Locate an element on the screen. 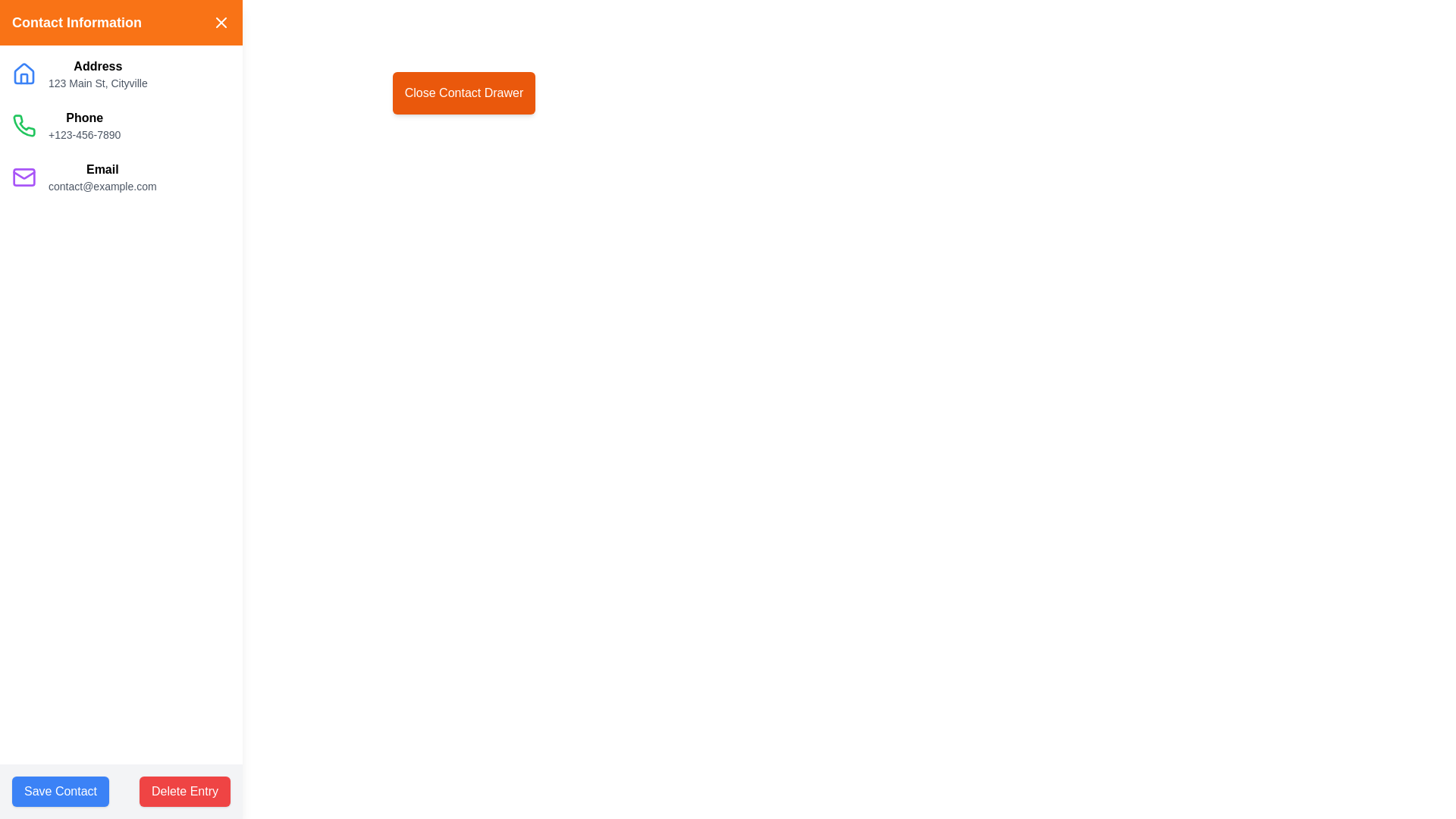 Image resolution: width=1456 pixels, height=819 pixels. the 'Save Contact' button, which is a rectangular button with rounded corners and a blue background, to observe the visual state change is located at coordinates (61, 791).